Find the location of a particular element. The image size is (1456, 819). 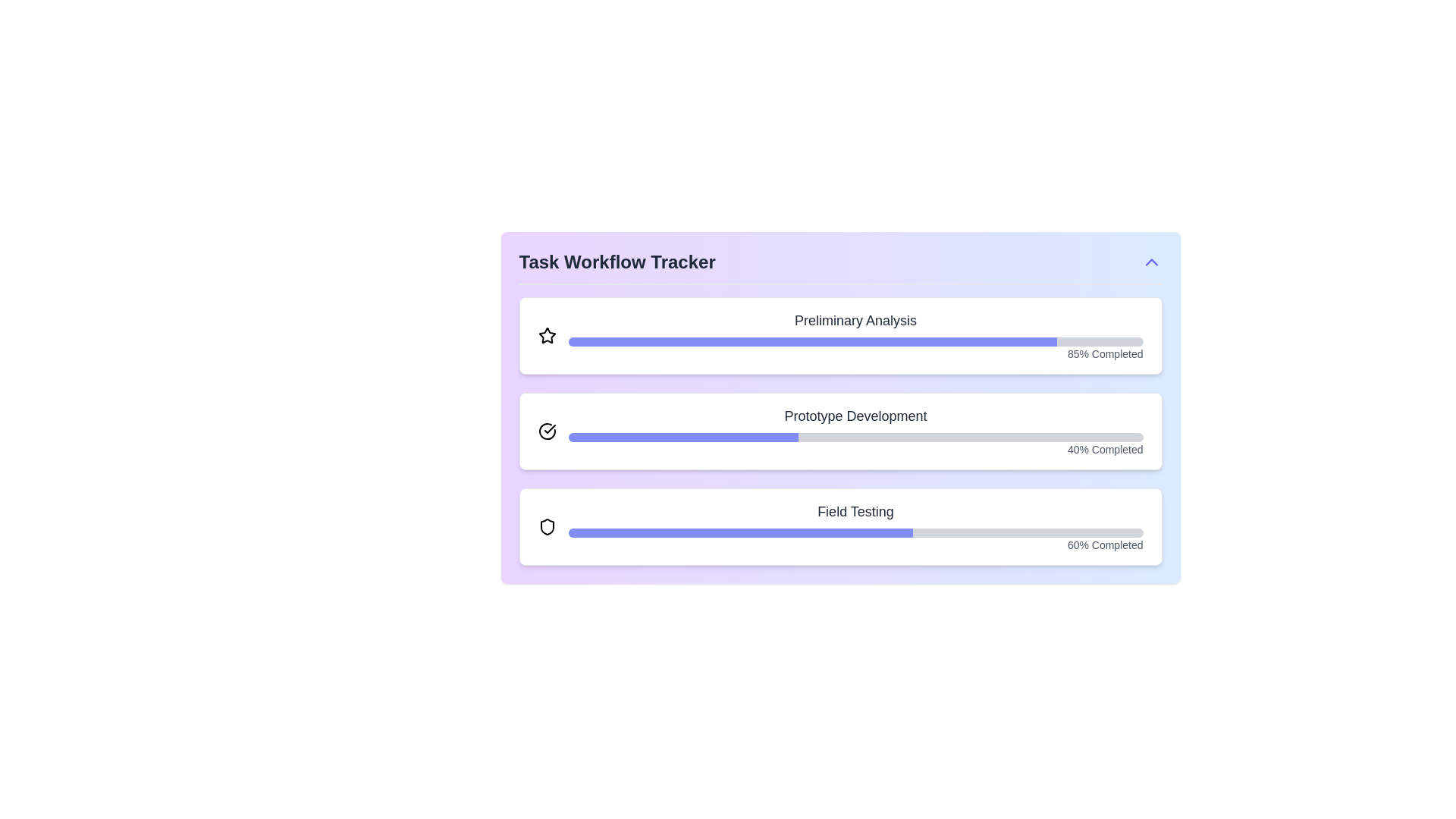

the horizontal progress bar indicating 60% completion in the 'Field Testing' section of the task workflow tracker interface is located at coordinates (855, 532).